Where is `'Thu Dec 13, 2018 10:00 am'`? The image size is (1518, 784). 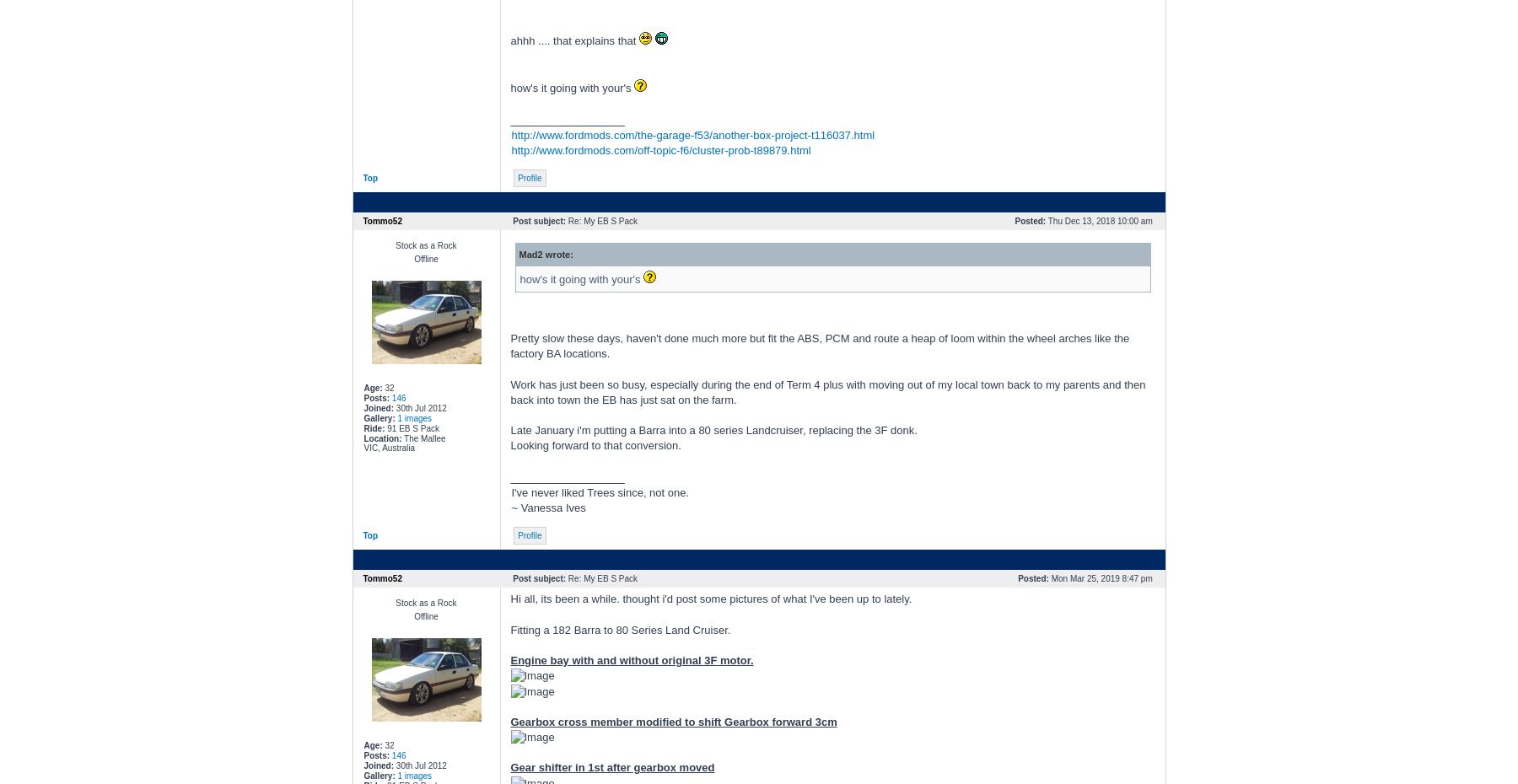
'Thu Dec 13, 2018 10:00 am' is located at coordinates (1100, 221).